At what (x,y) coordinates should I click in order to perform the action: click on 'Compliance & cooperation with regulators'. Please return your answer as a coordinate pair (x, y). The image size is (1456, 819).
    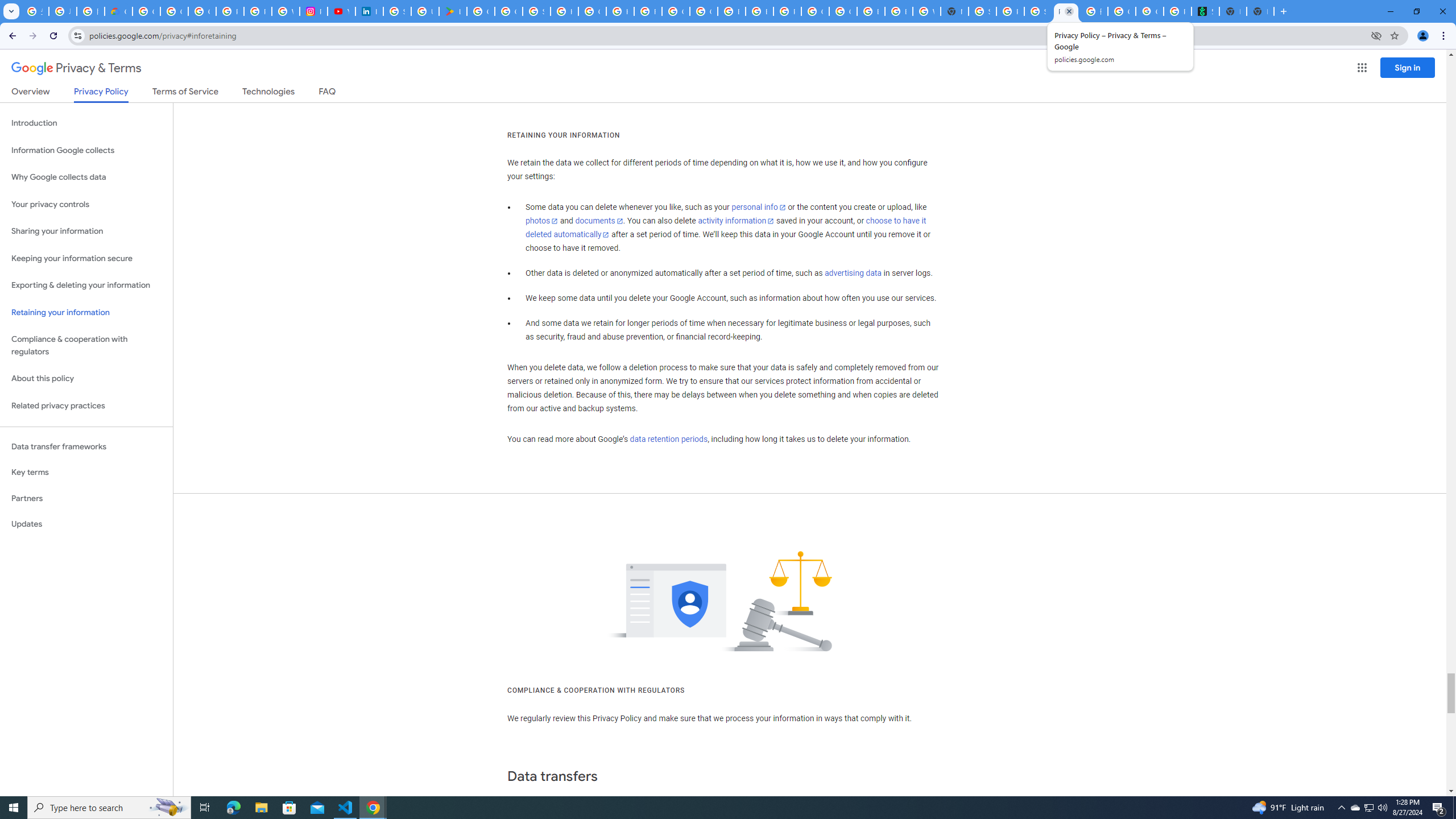
    Looking at the image, I should click on (86, 346).